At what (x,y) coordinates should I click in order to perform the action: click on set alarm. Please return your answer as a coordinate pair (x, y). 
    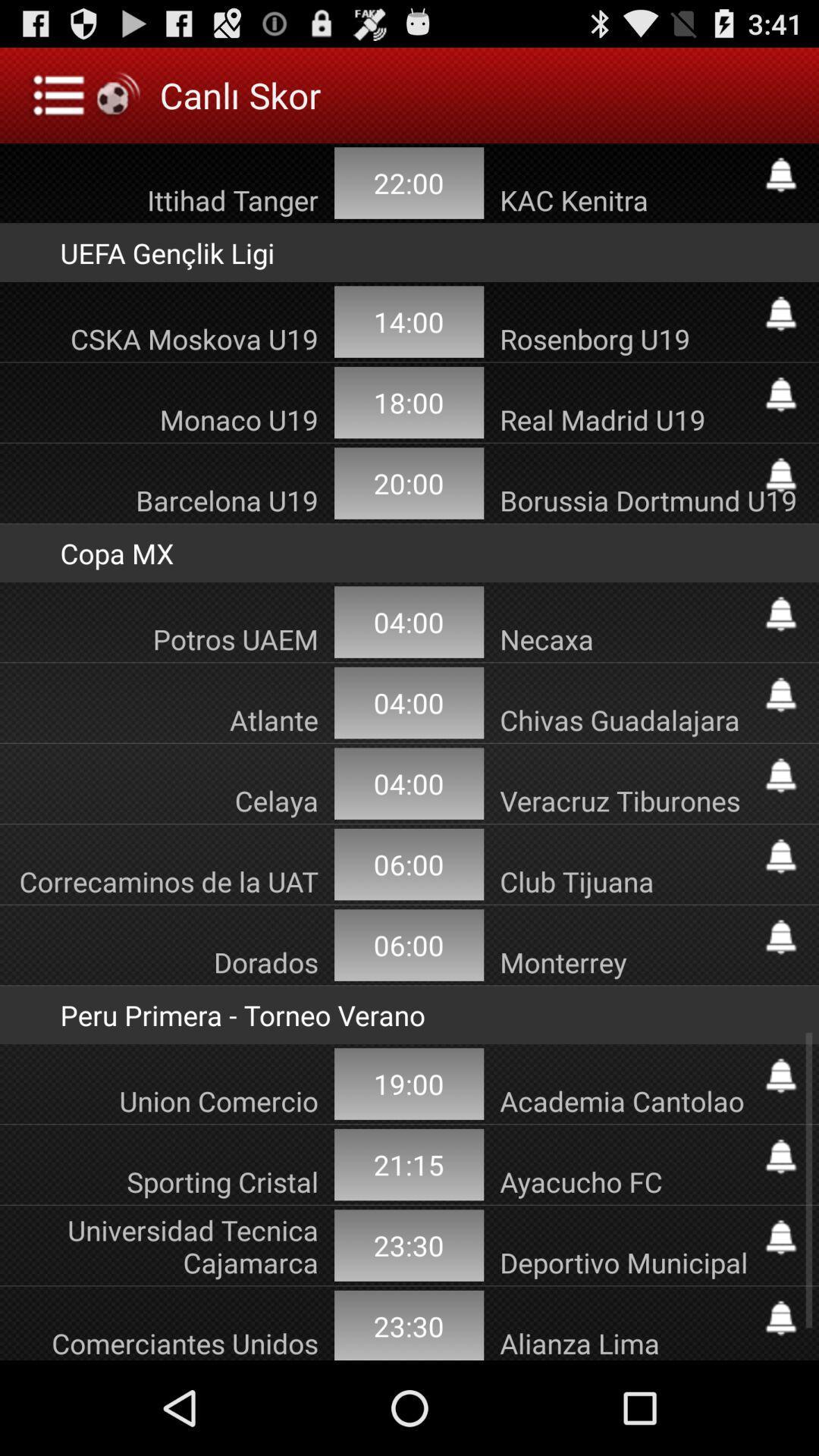
    Looking at the image, I should click on (780, 614).